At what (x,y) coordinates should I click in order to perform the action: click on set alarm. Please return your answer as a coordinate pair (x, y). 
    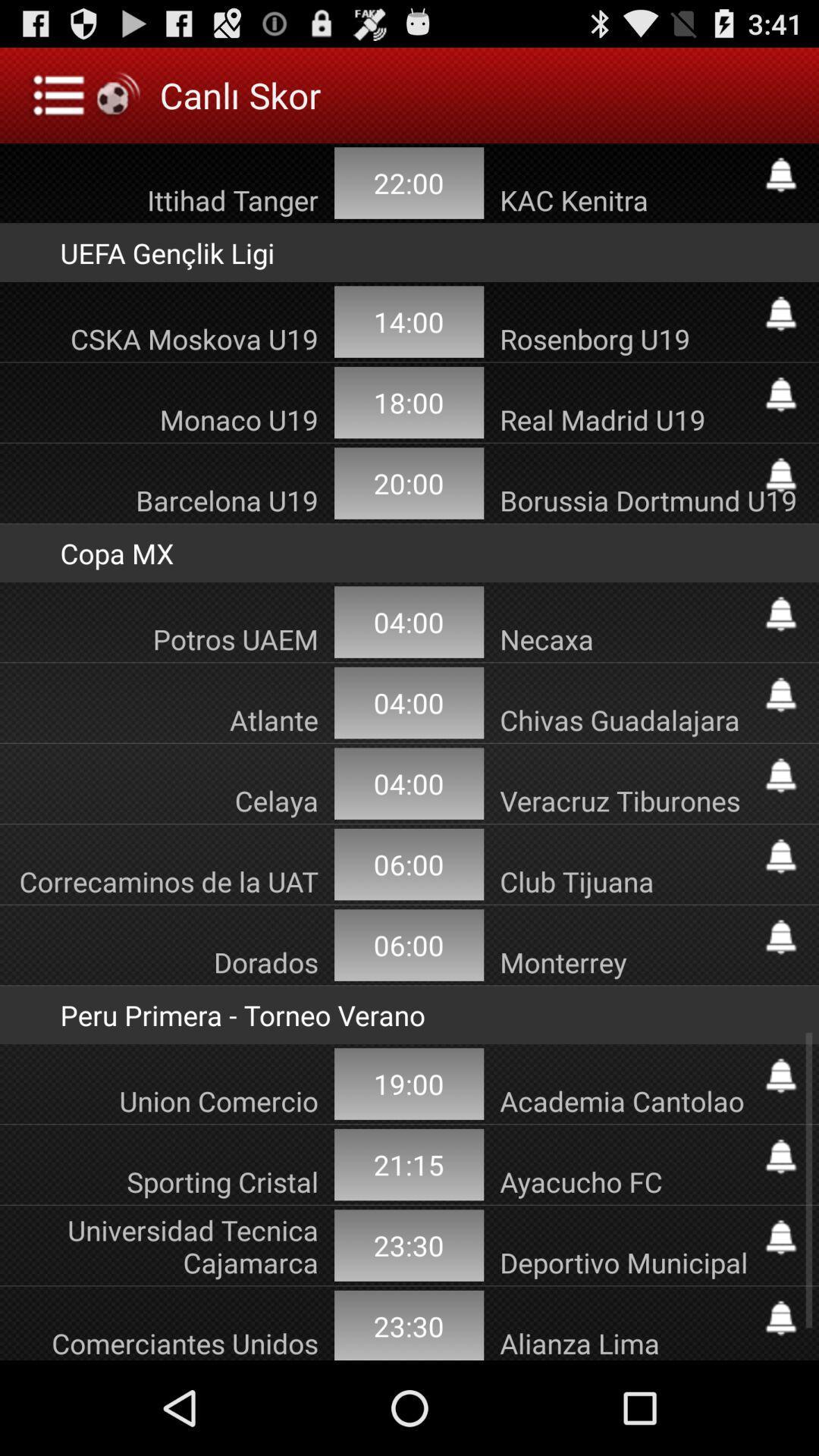
    Looking at the image, I should click on (780, 614).